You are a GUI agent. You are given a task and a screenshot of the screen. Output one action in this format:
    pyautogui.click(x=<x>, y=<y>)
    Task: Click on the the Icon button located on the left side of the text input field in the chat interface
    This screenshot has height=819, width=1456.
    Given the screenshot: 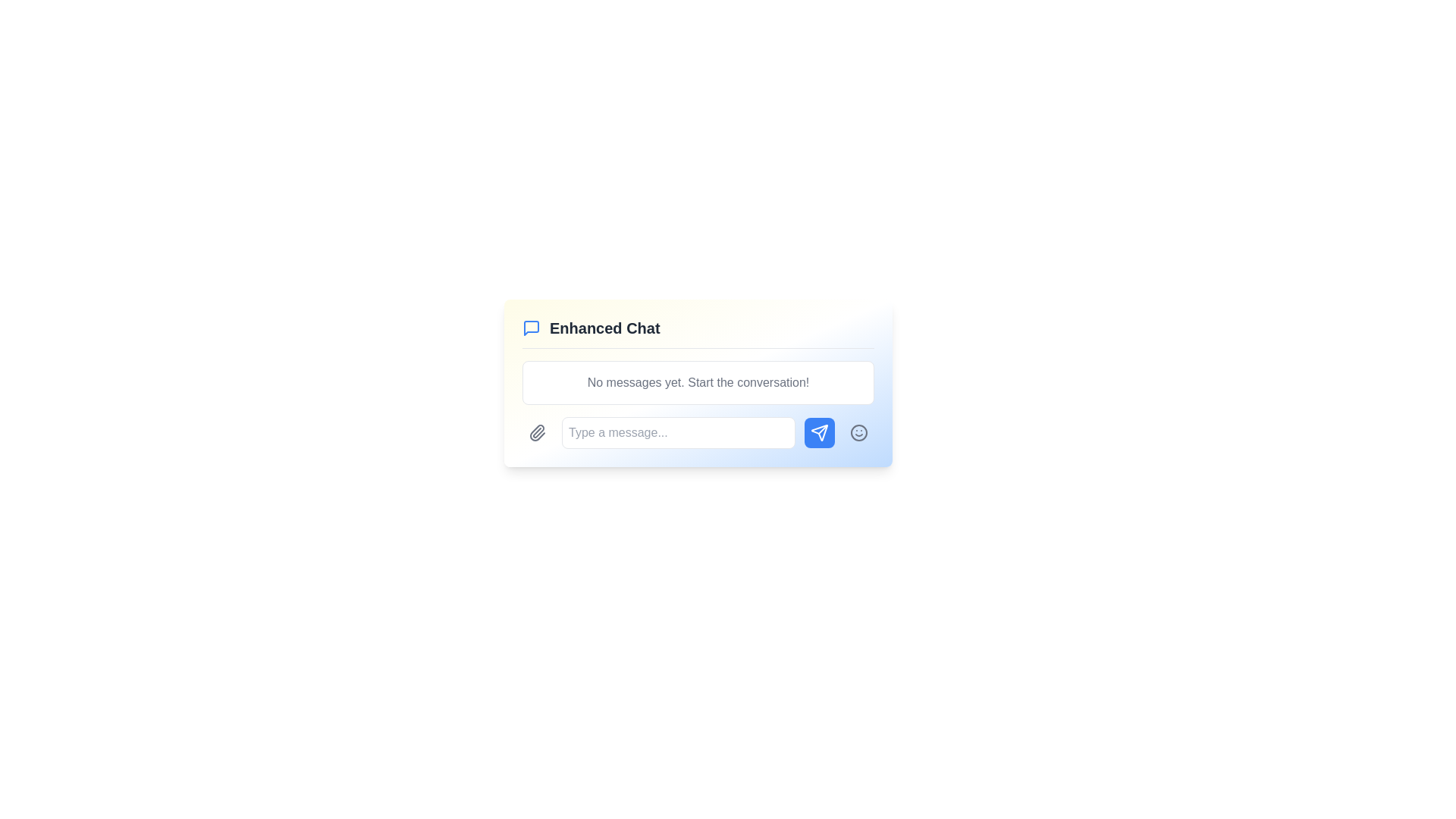 What is the action you would take?
    pyautogui.click(x=538, y=432)
    